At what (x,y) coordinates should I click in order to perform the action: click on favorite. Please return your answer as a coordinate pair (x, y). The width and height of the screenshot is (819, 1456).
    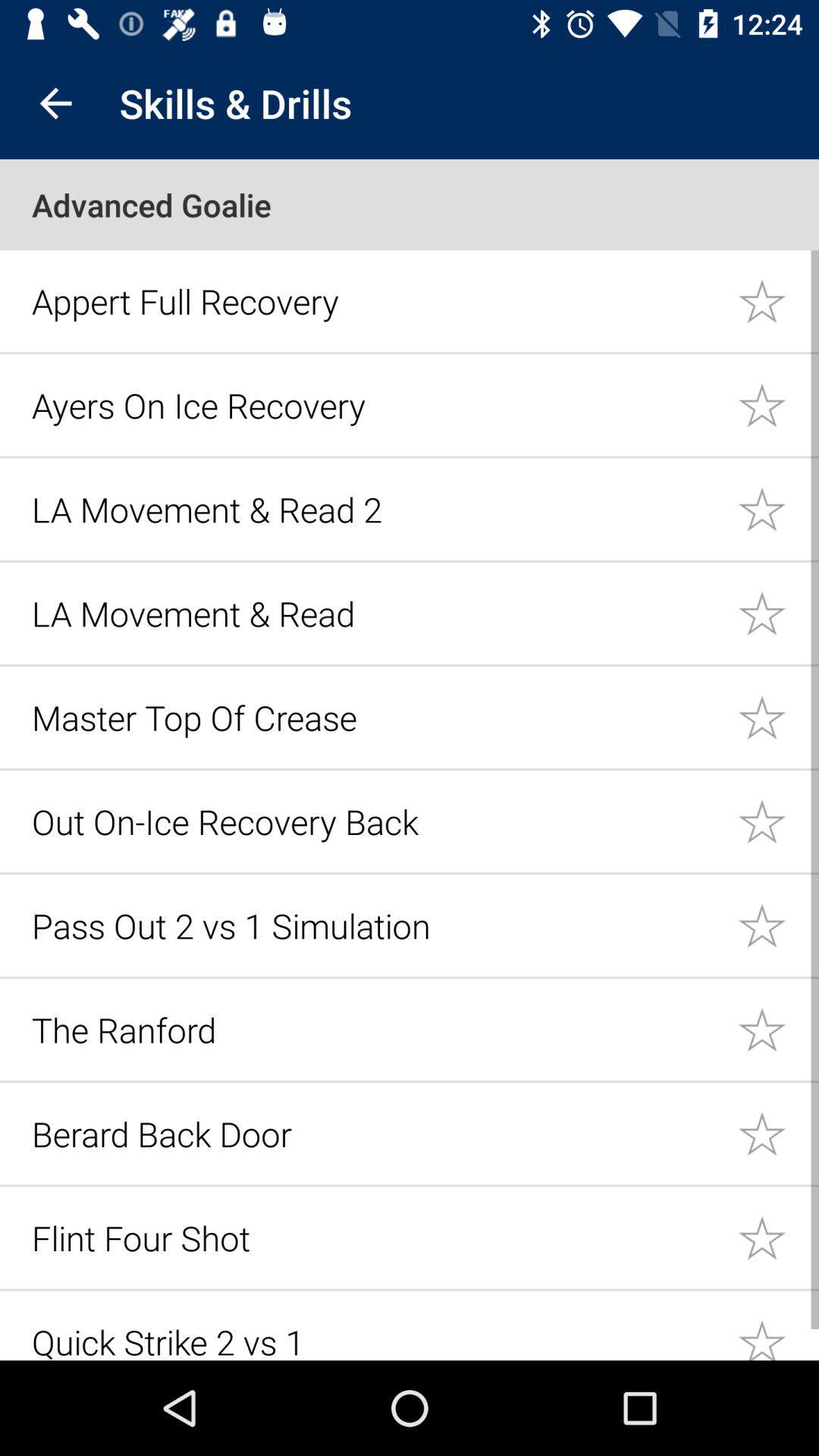
    Looking at the image, I should click on (778, 716).